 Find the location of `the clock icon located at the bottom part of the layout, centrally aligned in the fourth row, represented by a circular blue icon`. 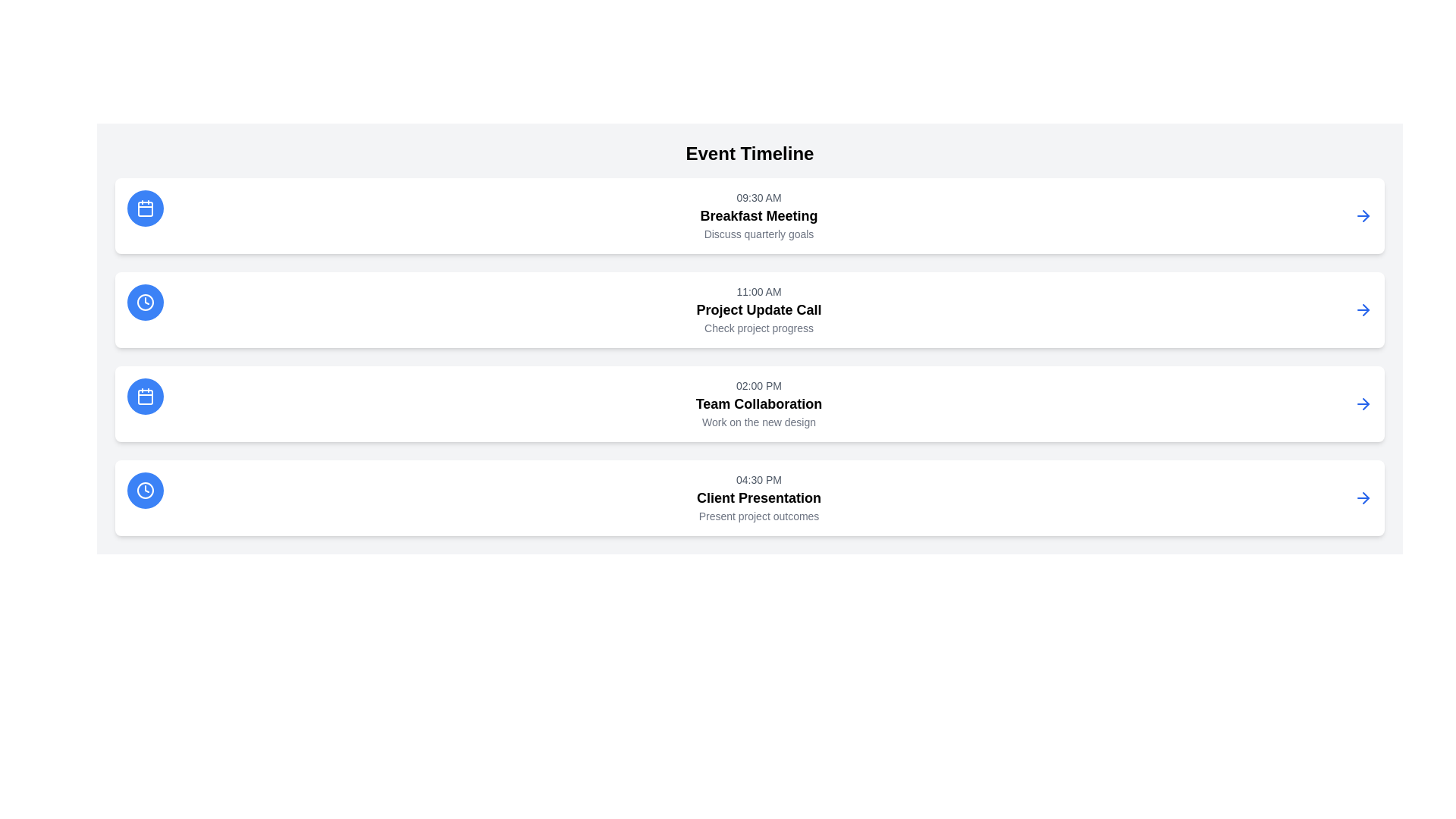

the clock icon located at the bottom part of the layout, centrally aligned in the fourth row, represented by a circular blue icon is located at coordinates (146, 302).